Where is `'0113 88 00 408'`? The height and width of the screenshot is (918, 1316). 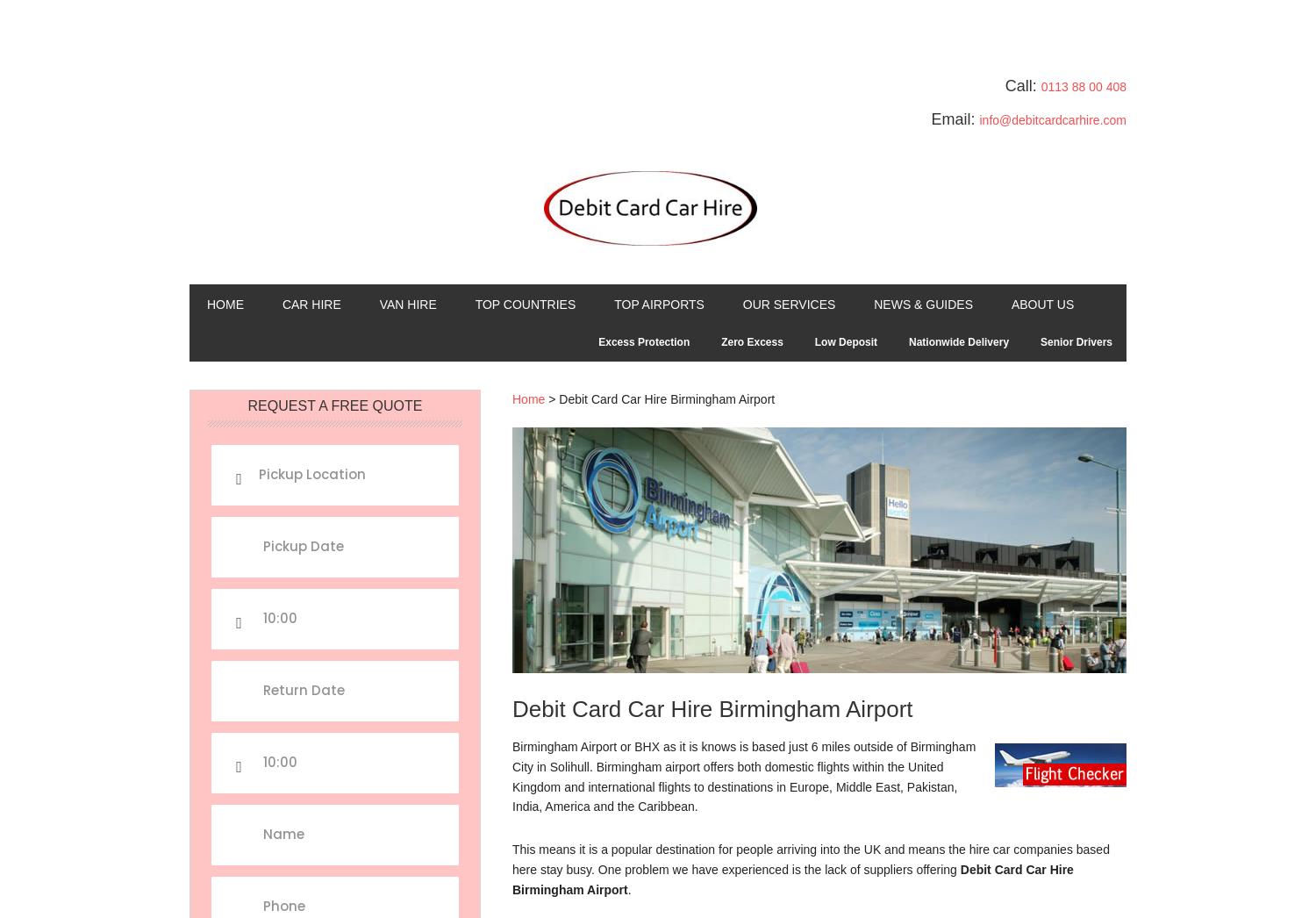
'0113 88 00 408' is located at coordinates (1082, 86).